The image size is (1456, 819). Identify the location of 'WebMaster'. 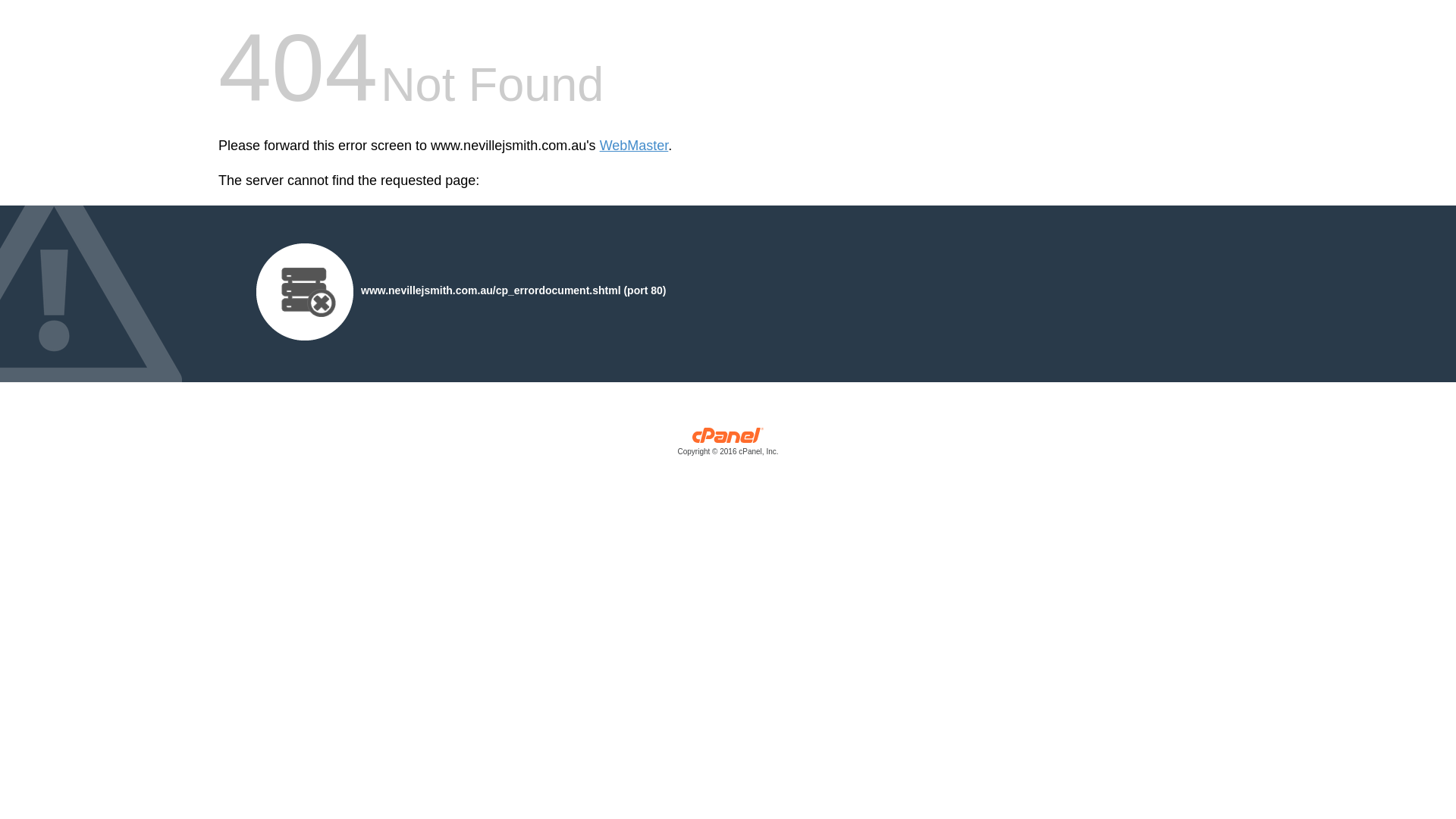
(599, 146).